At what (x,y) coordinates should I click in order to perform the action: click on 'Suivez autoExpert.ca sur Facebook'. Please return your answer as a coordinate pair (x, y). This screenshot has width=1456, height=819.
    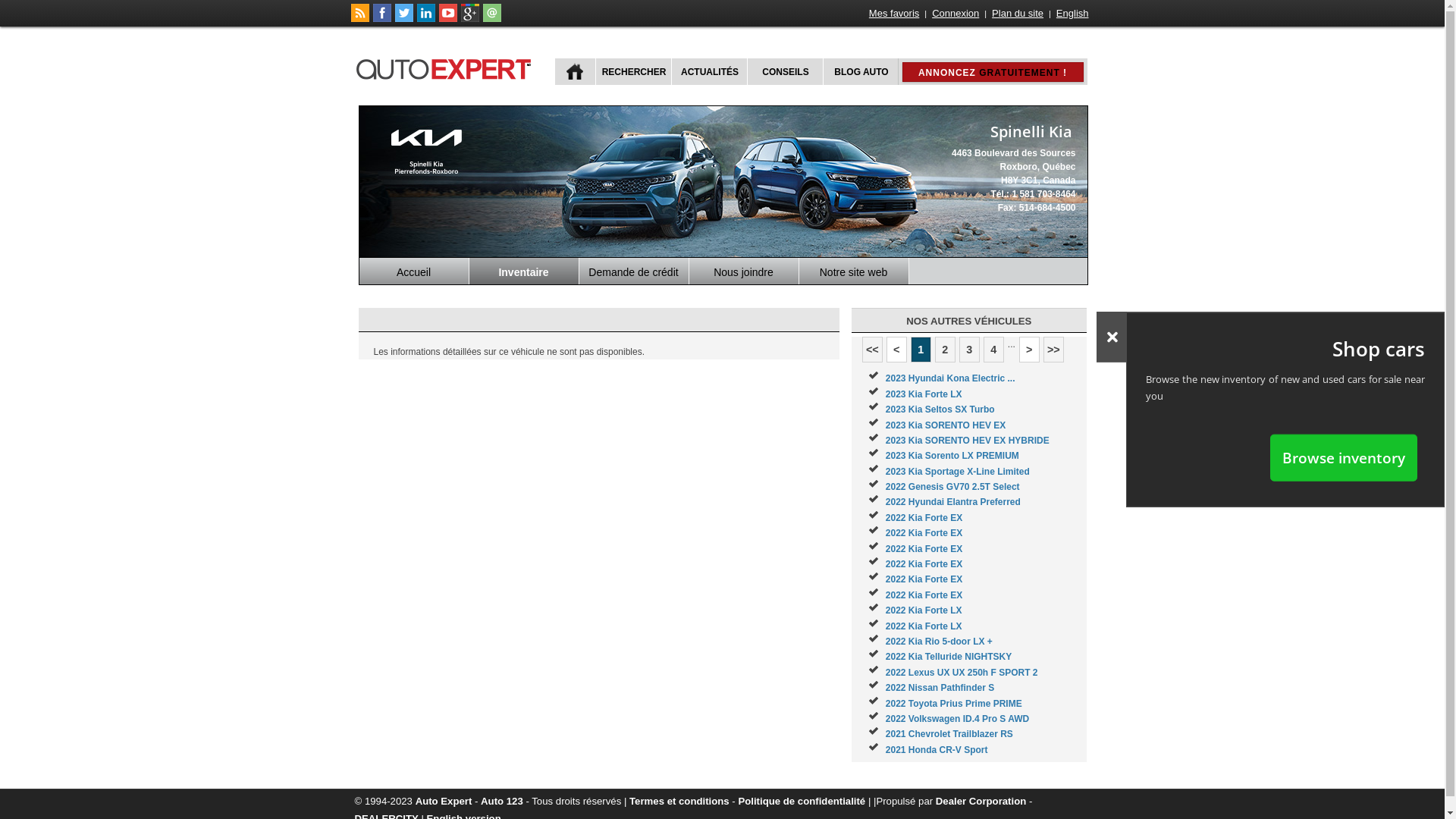
    Looking at the image, I should click on (372, 18).